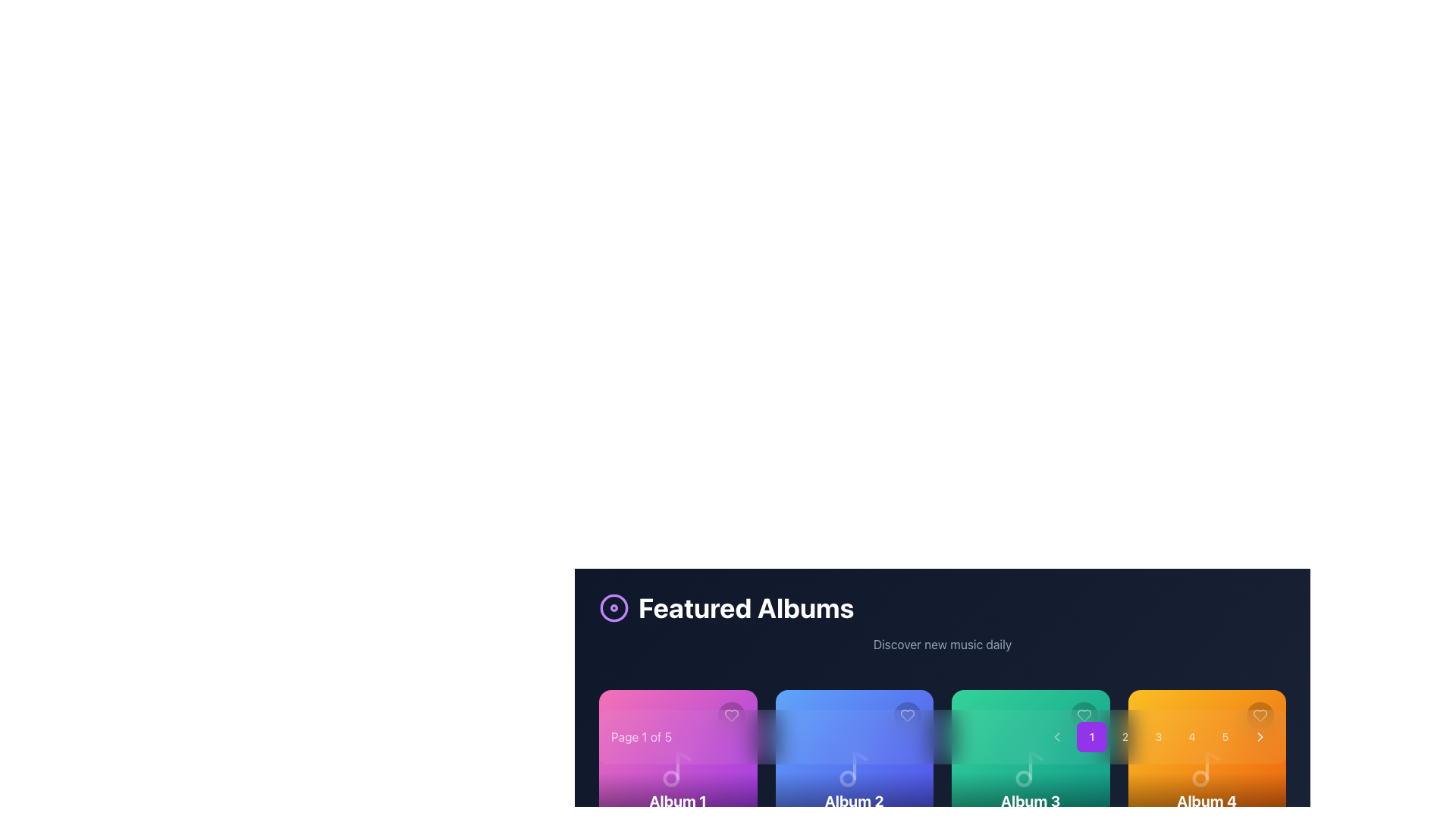 The image size is (1456, 819). Describe the element at coordinates (942, 644) in the screenshot. I see `the subtitle text label that provides context for the 'Featured Albums' section, located below the heading and aligned to the right side of the page` at that location.